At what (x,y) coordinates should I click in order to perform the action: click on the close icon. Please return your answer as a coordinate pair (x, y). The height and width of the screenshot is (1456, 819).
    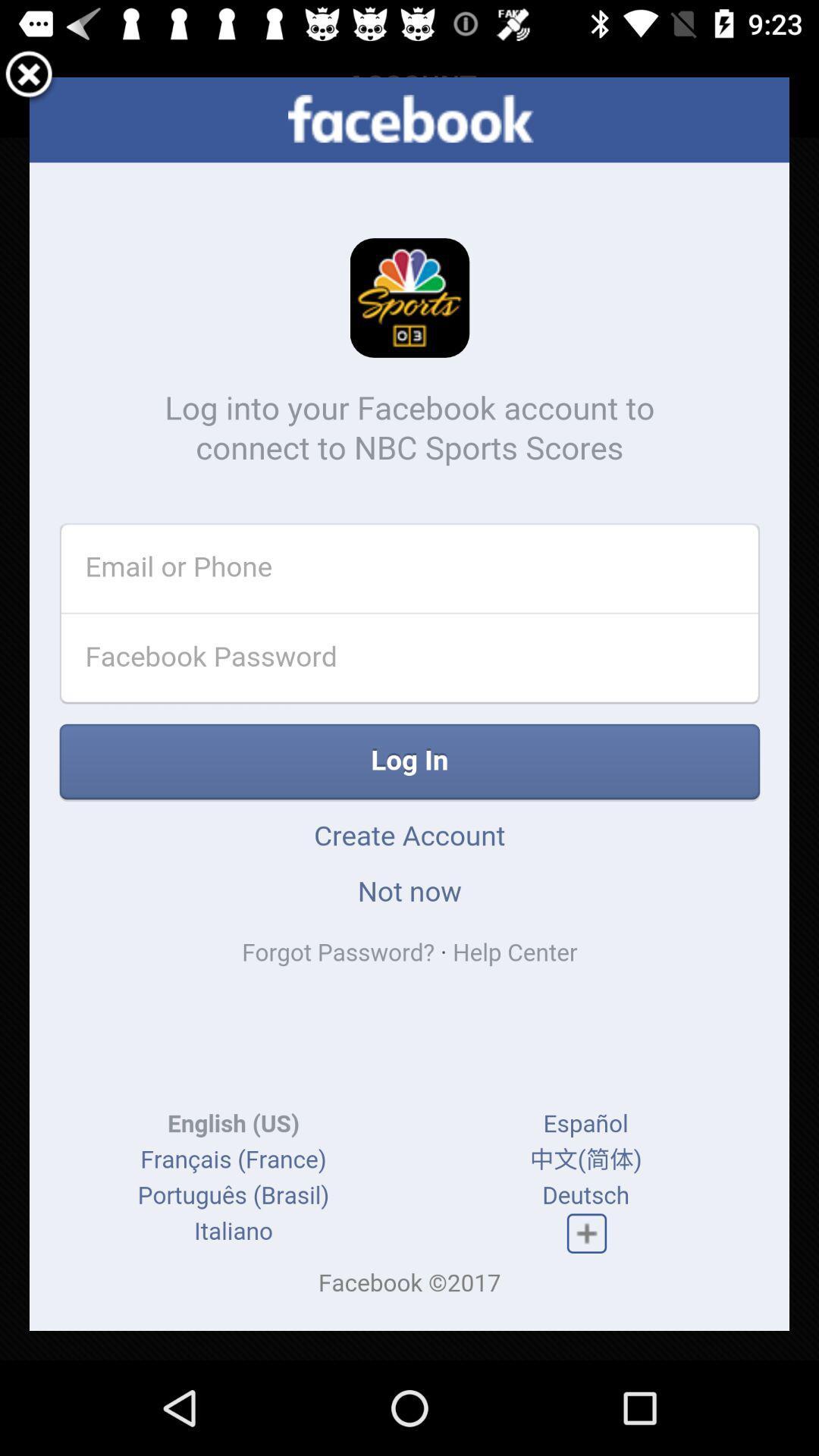
    Looking at the image, I should click on (29, 79).